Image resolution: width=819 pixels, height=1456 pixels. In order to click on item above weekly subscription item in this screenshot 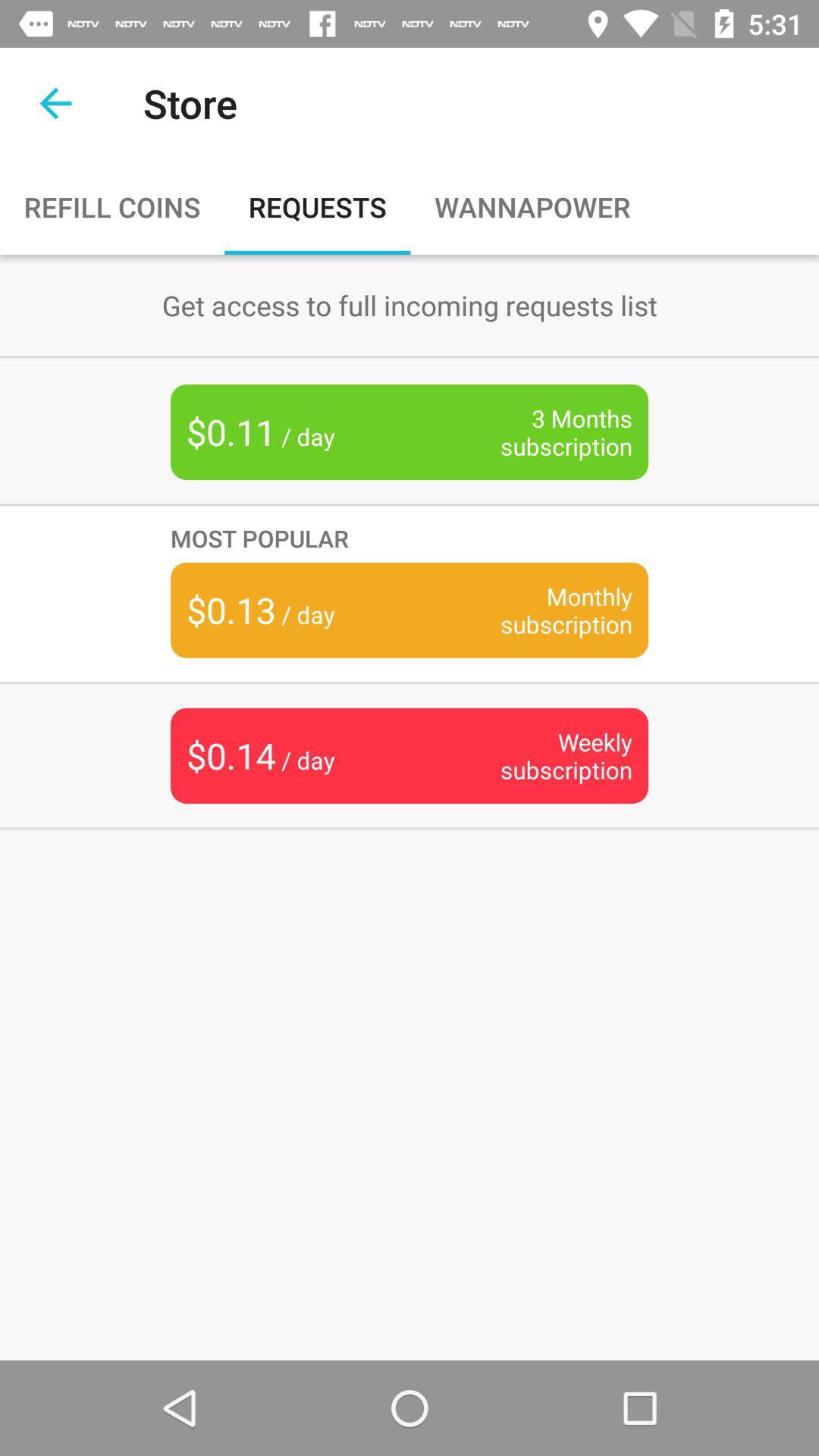, I will do `click(542, 610)`.